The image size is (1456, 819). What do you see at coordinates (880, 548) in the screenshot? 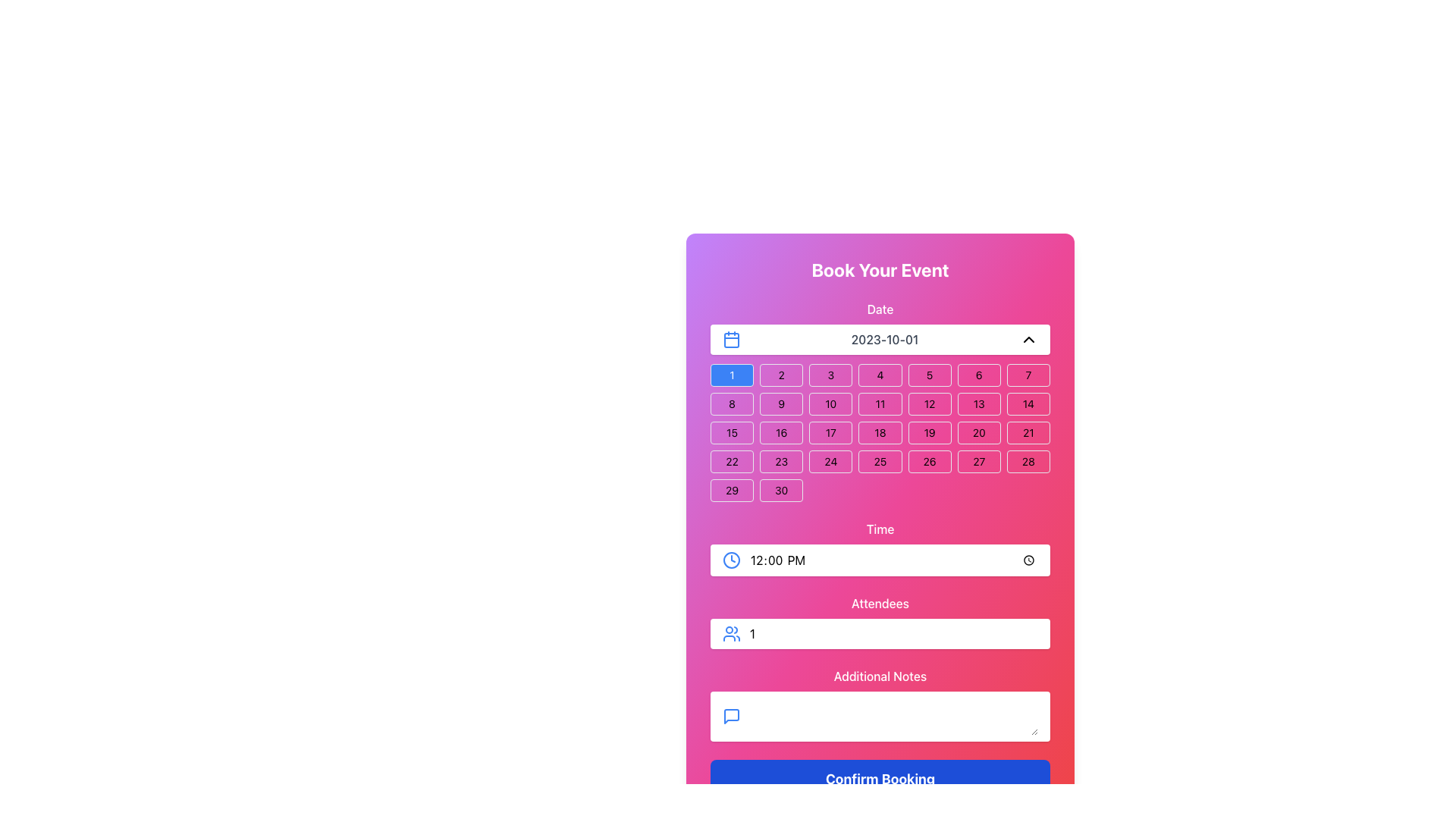
I see `the Time Selector element located in the 'Book Your Event' form, which is positioned directly beneath the date selection section` at bounding box center [880, 548].